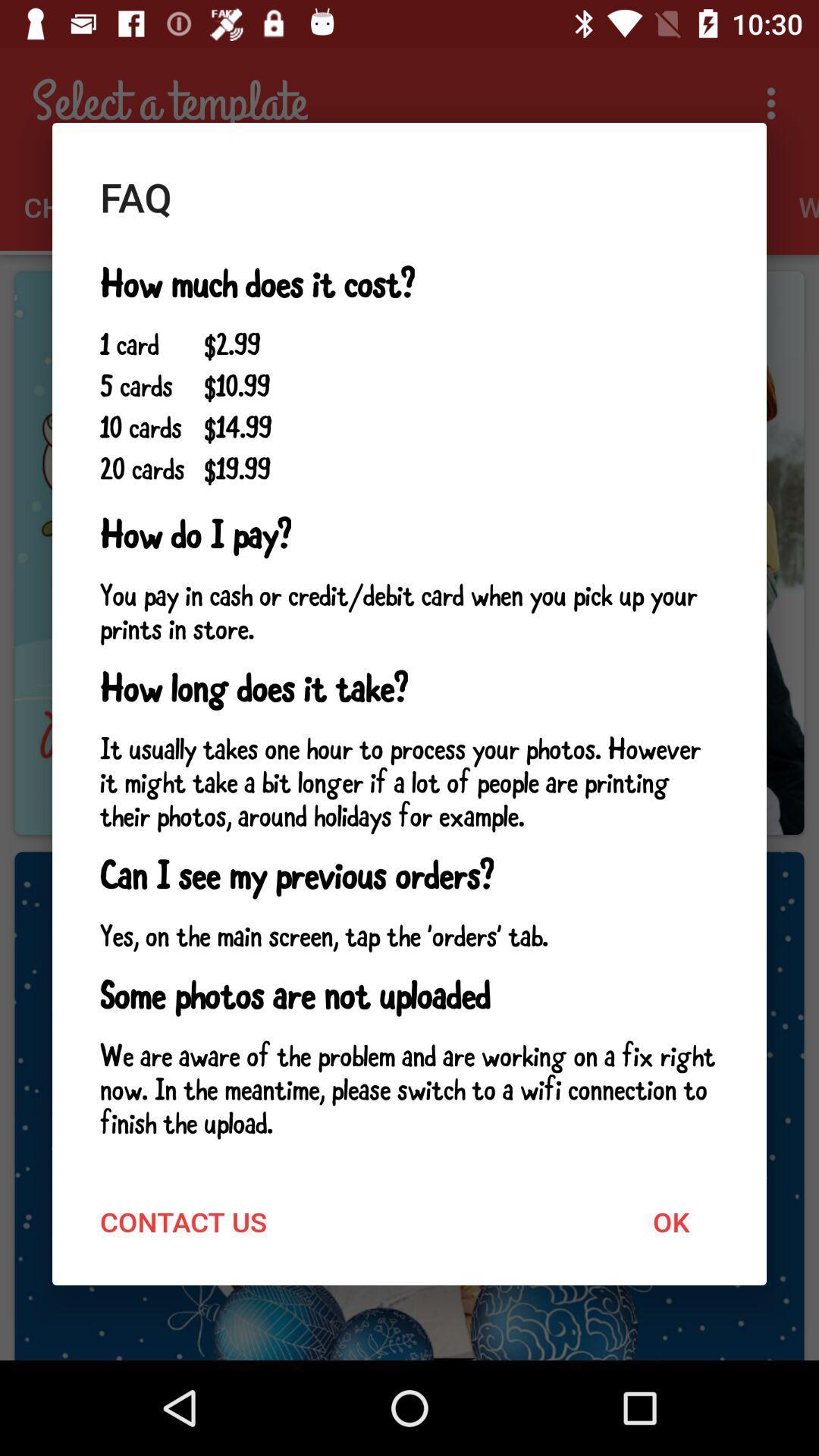 The width and height of the screenshot is (819, 1456). Describe the element at coordinates (670, 1222) in the screenshot. I see `the item at the bottom right corner` at that location.